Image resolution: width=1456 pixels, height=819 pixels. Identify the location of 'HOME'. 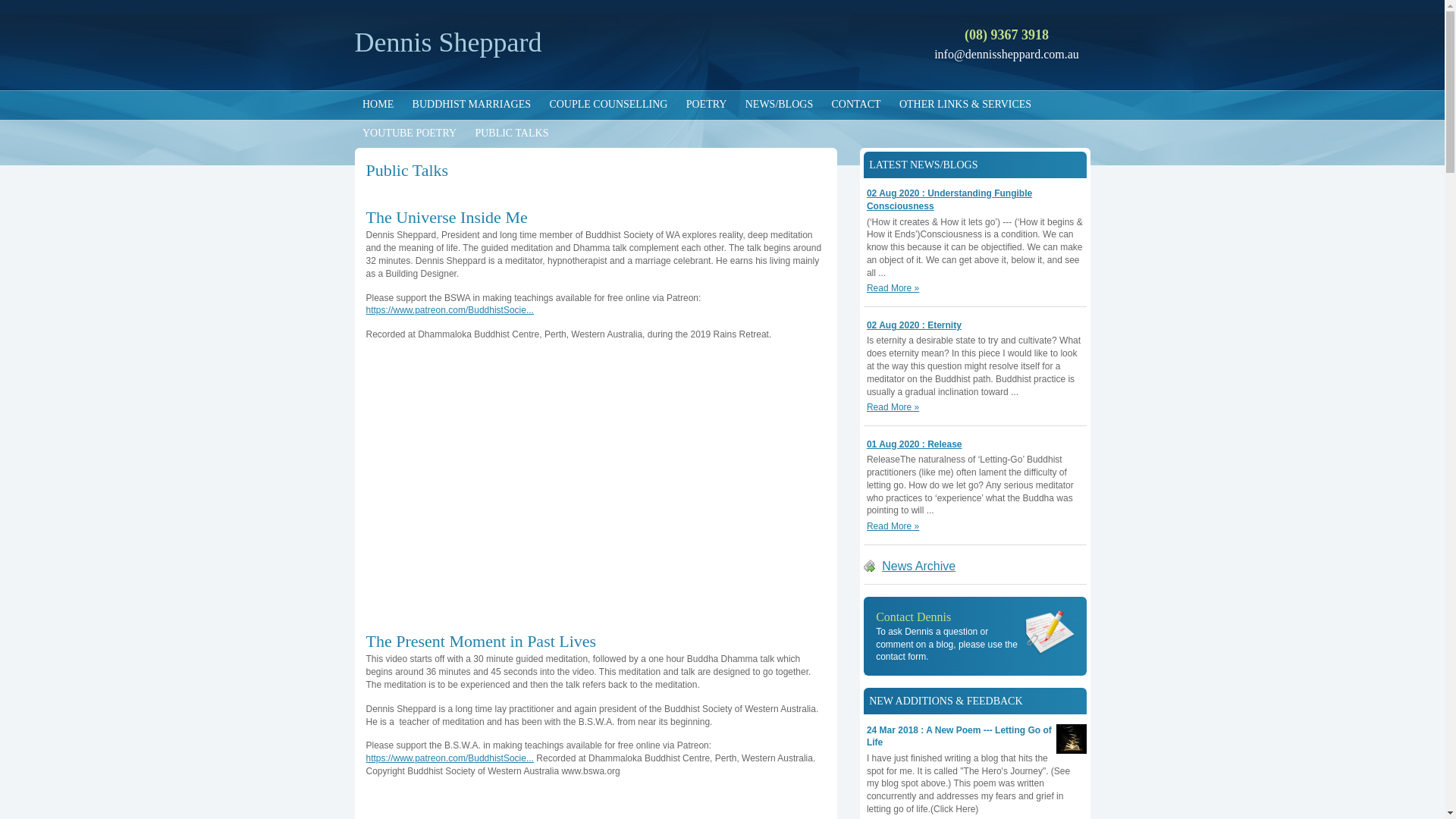
(378, 104).